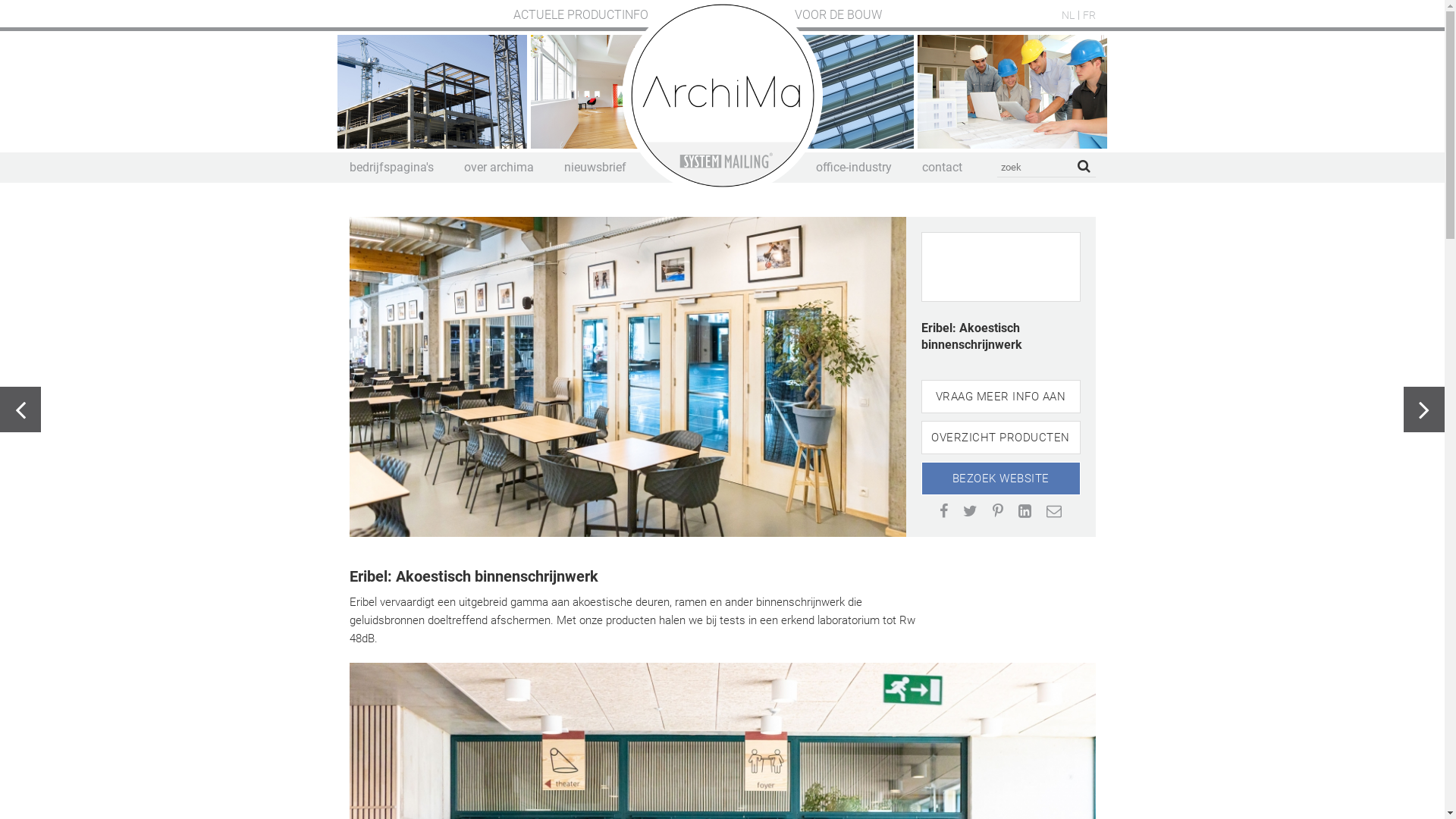  I want to click on 'Pinterest', so click(997, 511).